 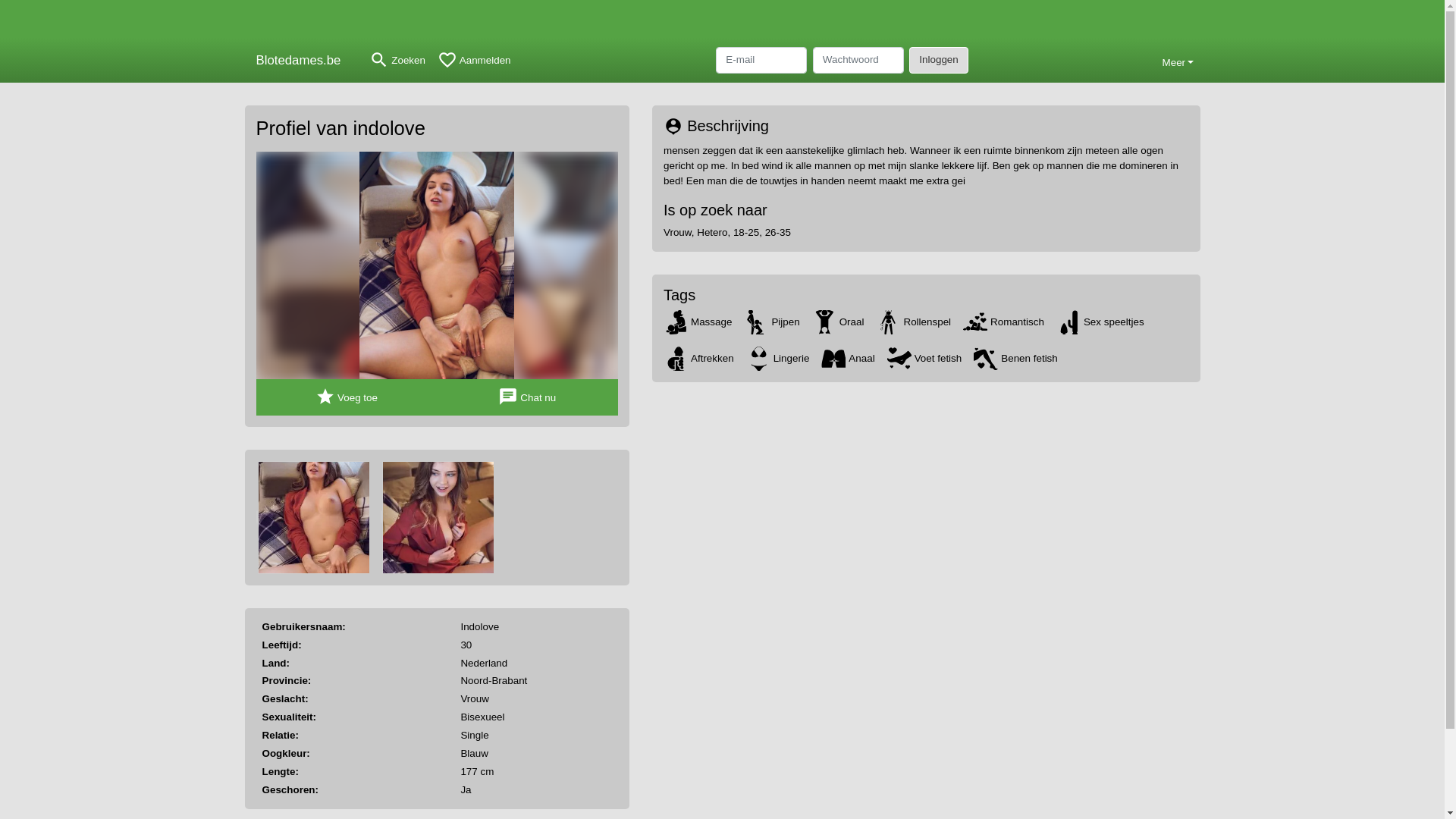 I want to click on 'chat Chat nu', so click(x=527, y=397).